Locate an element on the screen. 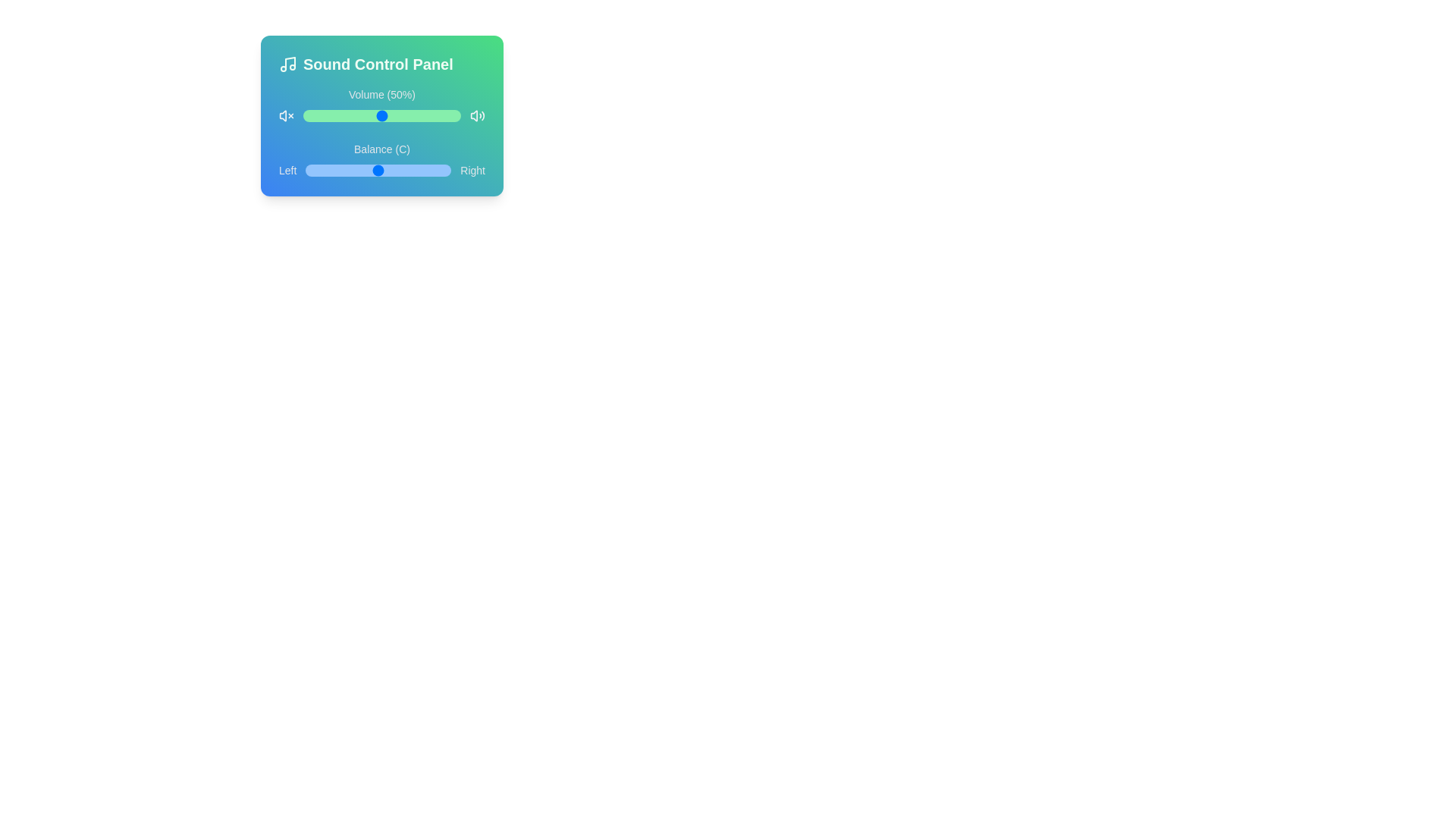 This screenshot has width=1456, height=819. the balance is located at coordinates (309, 170).